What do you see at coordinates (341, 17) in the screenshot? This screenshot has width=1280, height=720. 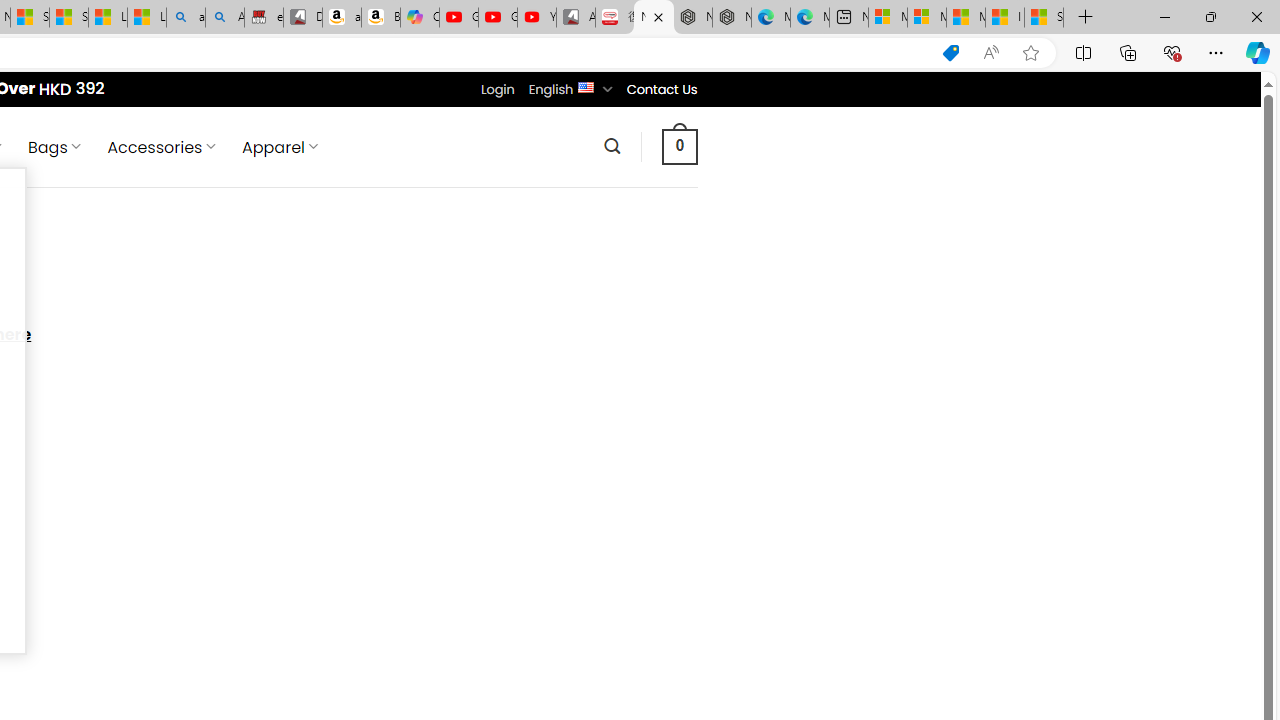 I see `'amazon.in/dp/B0CX59H5W7/?tag=gsmcom05-21'` at bounding box center [341, 17].